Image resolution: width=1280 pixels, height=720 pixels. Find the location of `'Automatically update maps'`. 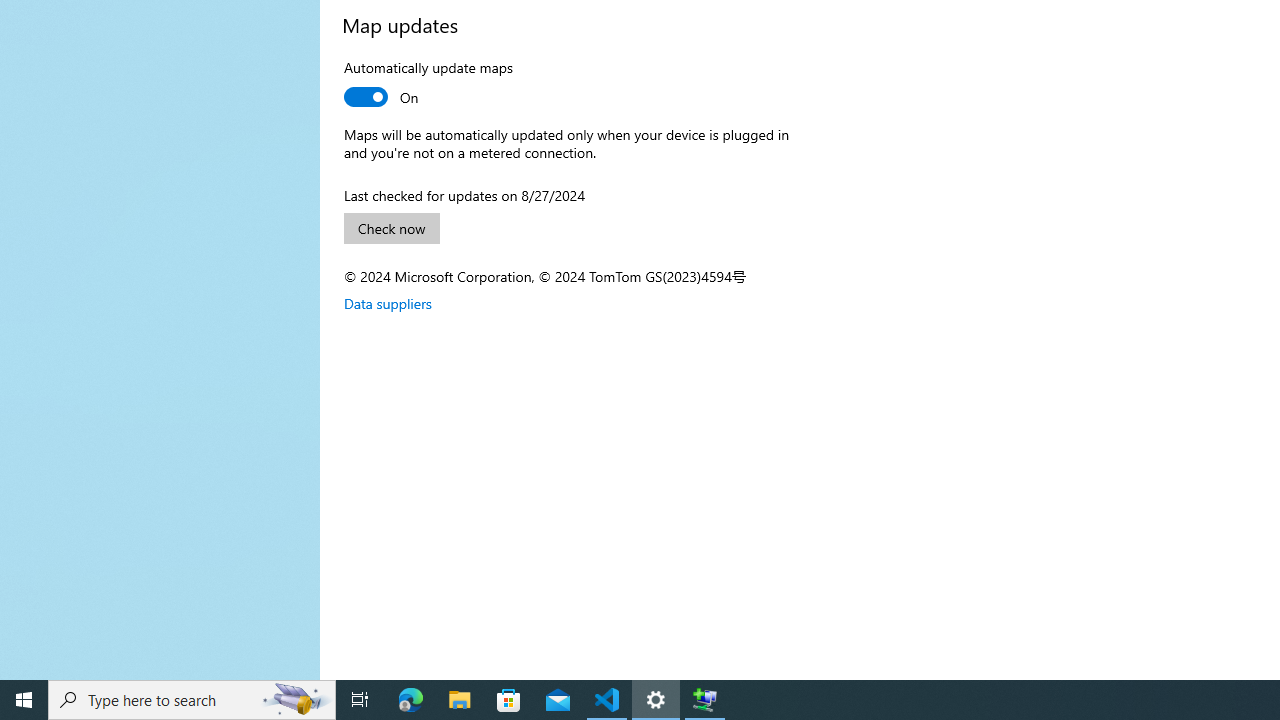

'Automatically update maps' is located at coordinates (427, 84).